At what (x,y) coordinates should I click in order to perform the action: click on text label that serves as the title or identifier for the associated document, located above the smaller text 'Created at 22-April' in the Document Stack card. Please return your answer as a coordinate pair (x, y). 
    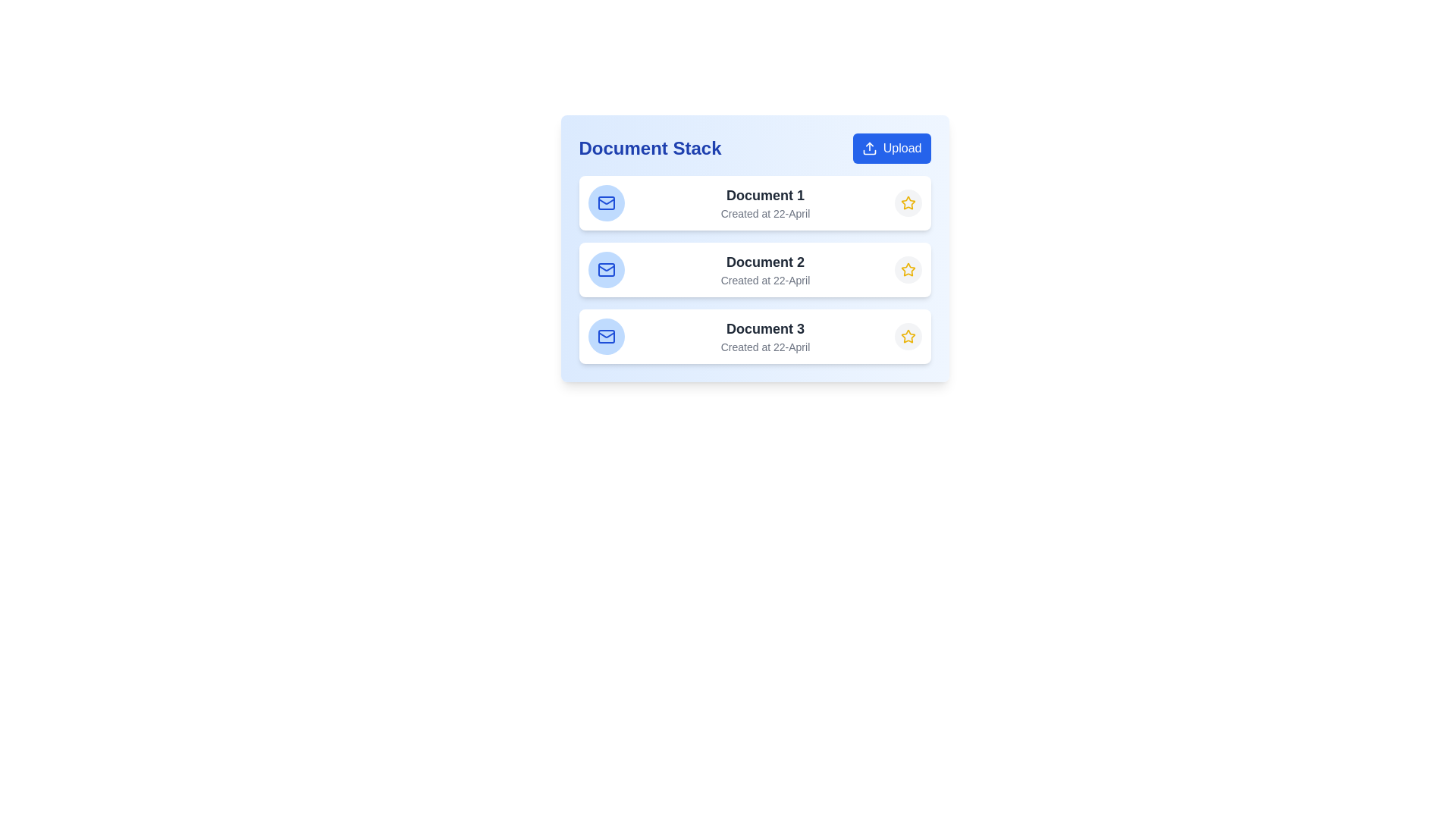
    Looking at the image, I should click on (765, 195).